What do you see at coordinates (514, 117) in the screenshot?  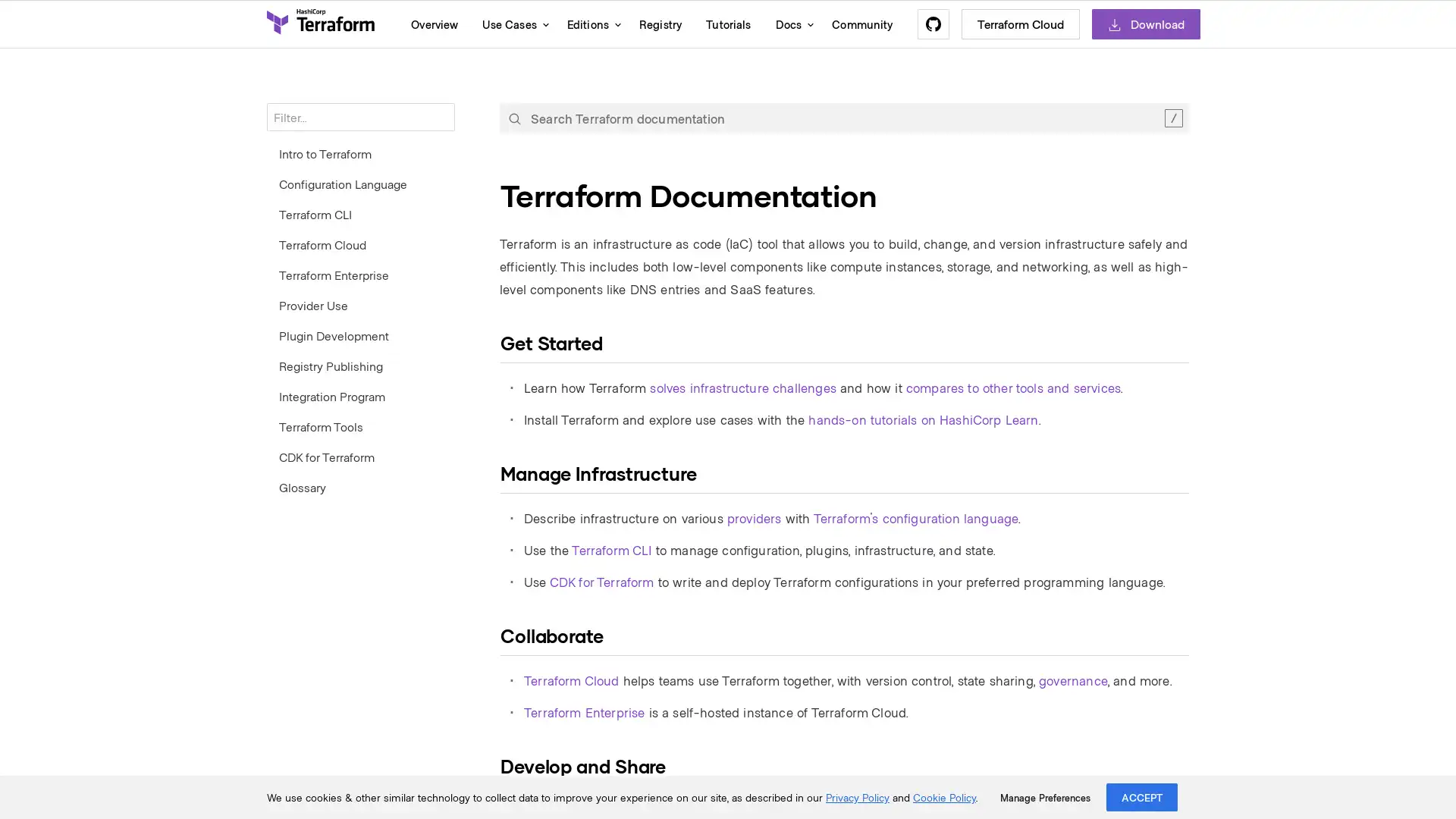 I see `Submit your search query.` at bounding box center [514, 117].